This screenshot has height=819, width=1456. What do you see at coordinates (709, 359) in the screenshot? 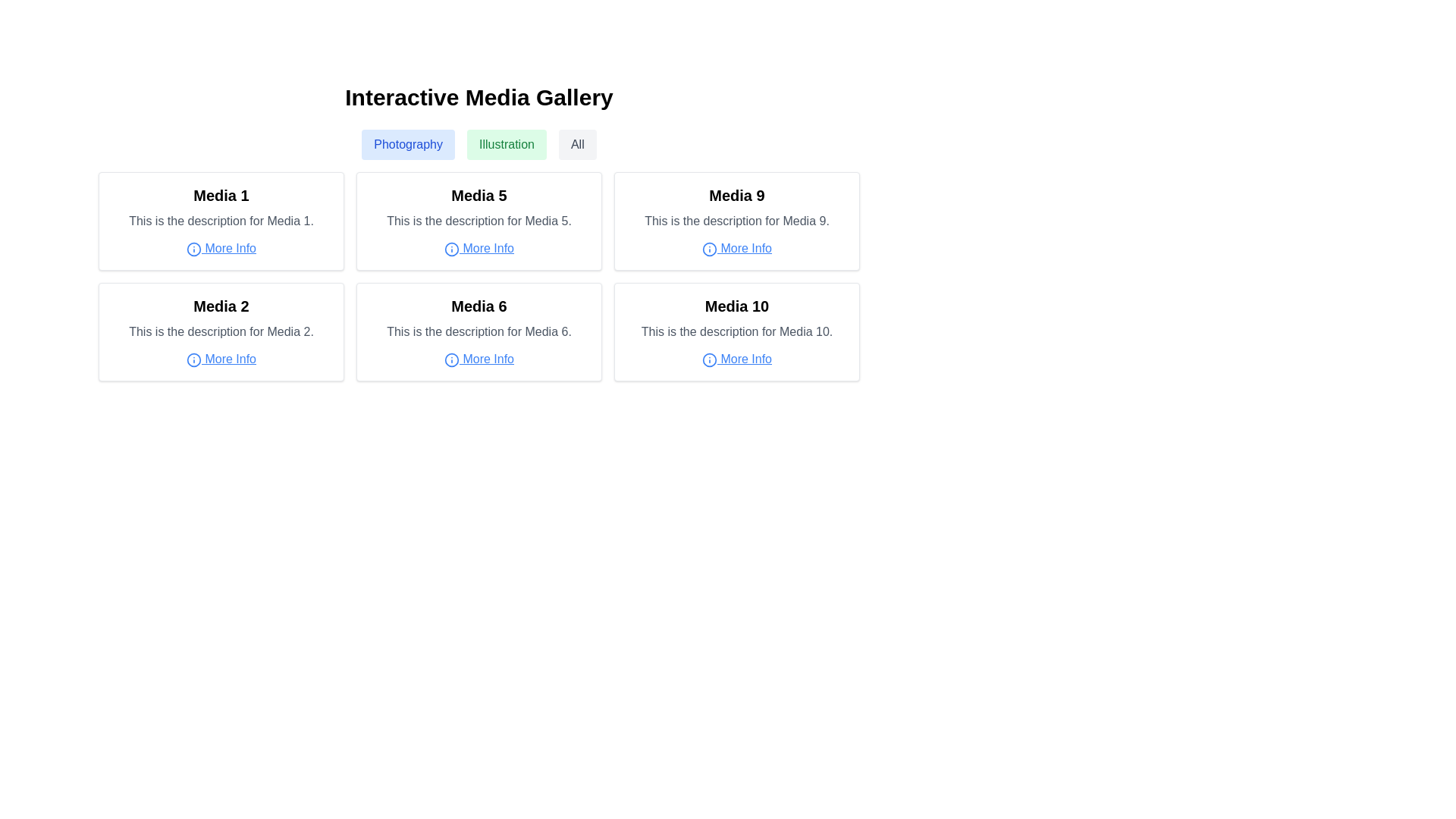
I see `the SVG circle that is part of the information icon for 'Media 10', which indicates additional details` at bounding box center [709, 359].